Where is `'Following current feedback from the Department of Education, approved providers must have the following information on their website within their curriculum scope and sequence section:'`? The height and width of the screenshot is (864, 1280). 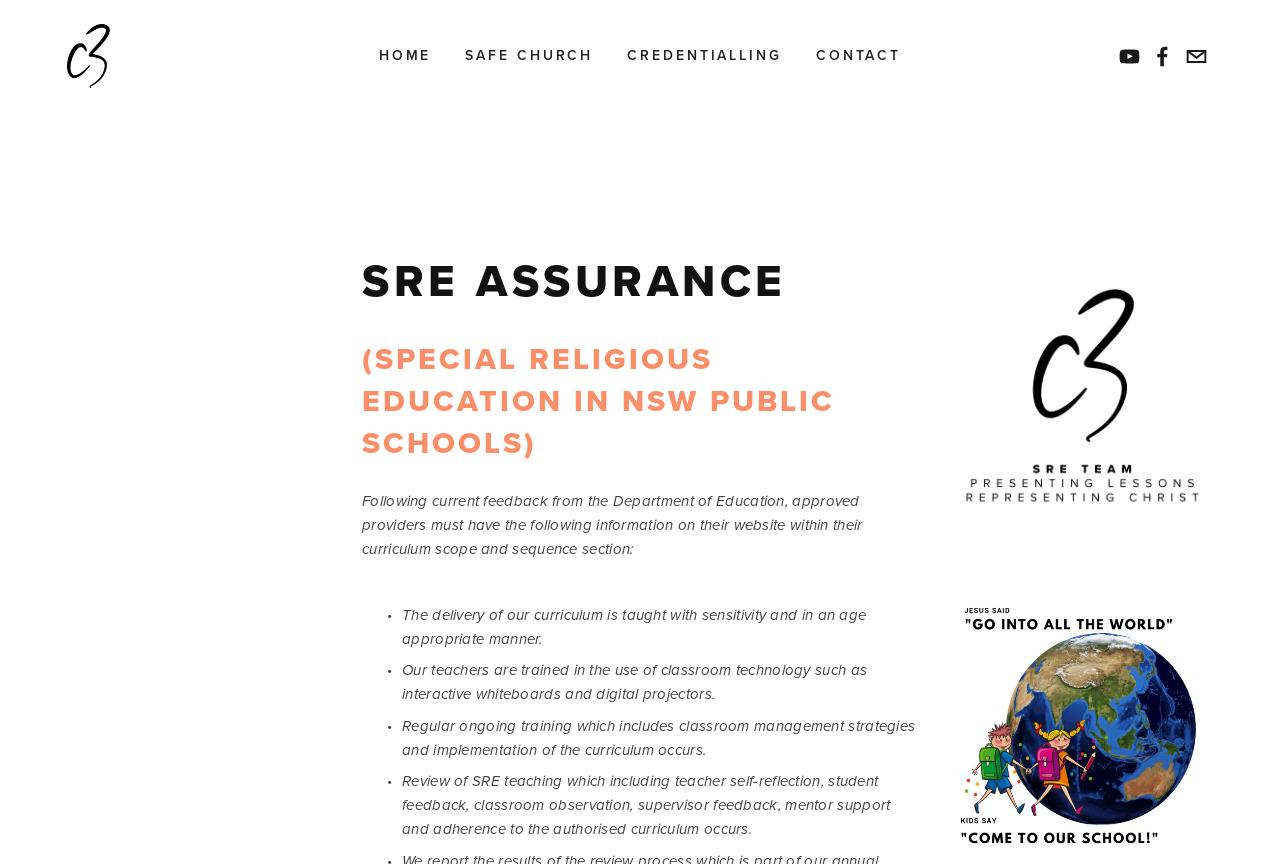 'Following current feedback from the Department of Education, approved providers must have the following information on their website within their curriculum scope and sequence section:' is located at coordinates (613, 524).